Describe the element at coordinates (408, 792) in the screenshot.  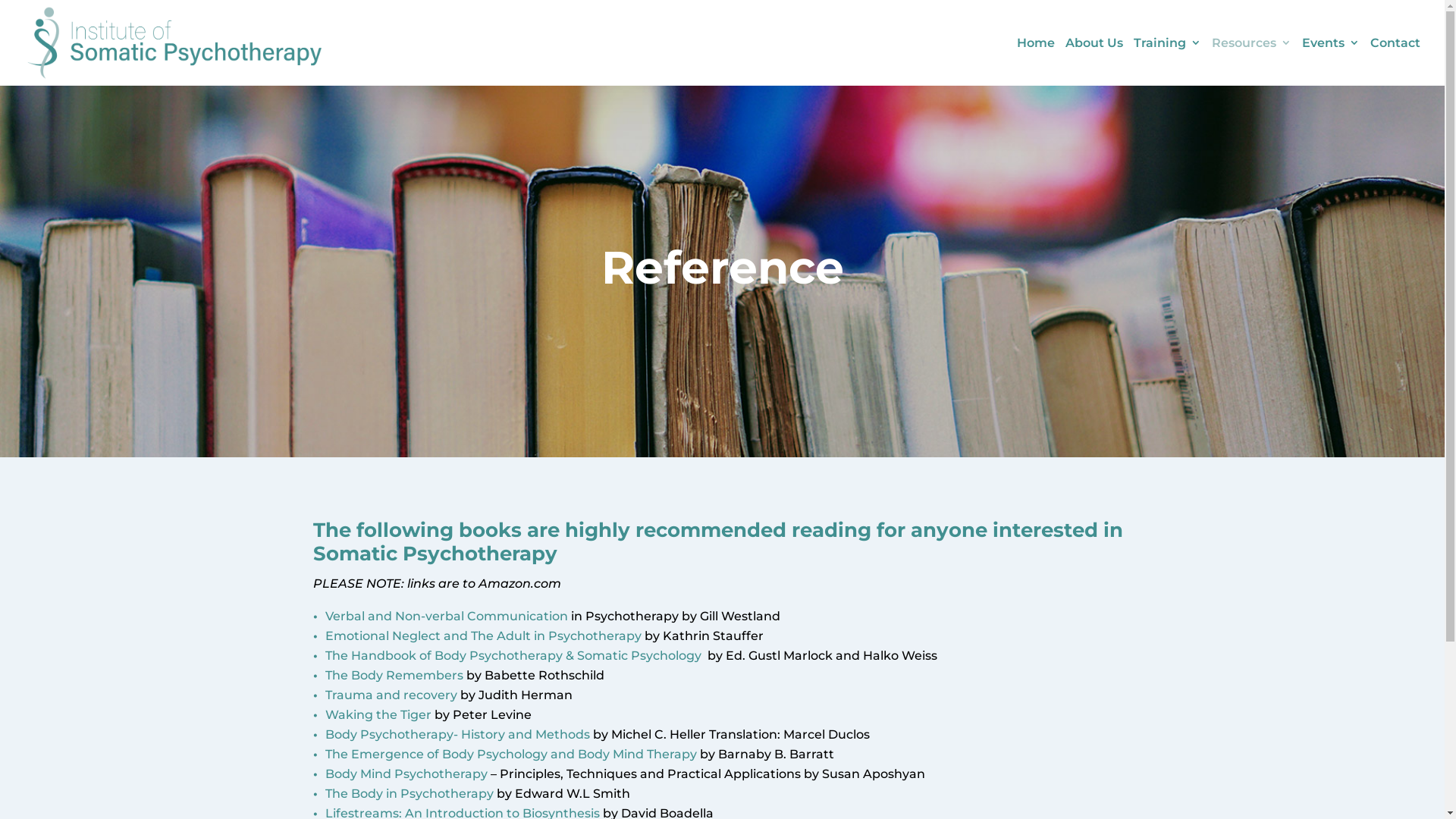
I see `'The Body in Psychotherapy'` at that location.